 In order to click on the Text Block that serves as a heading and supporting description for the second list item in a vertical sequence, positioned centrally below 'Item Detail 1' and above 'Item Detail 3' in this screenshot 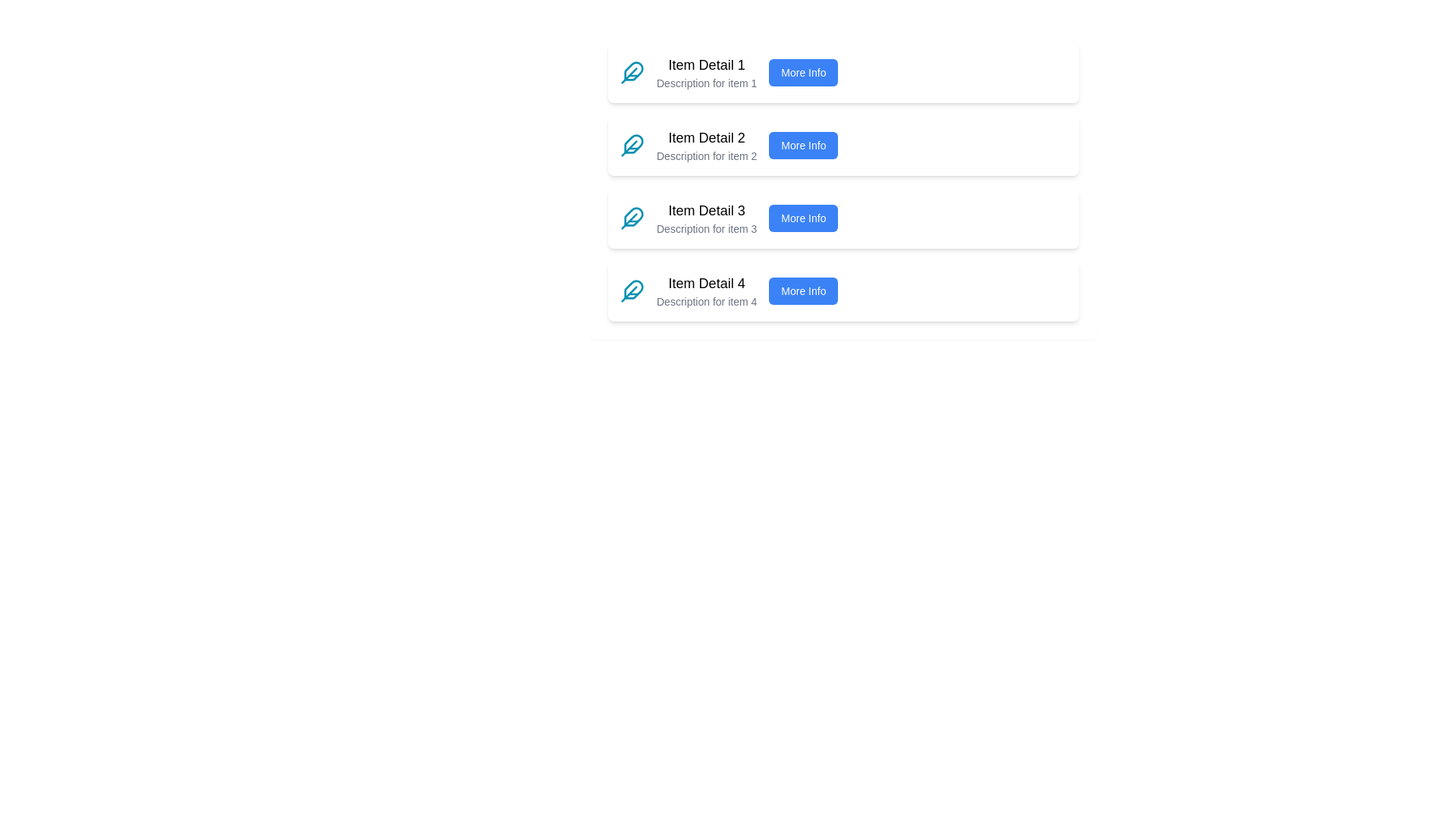, I will do `click(706, 146)`.